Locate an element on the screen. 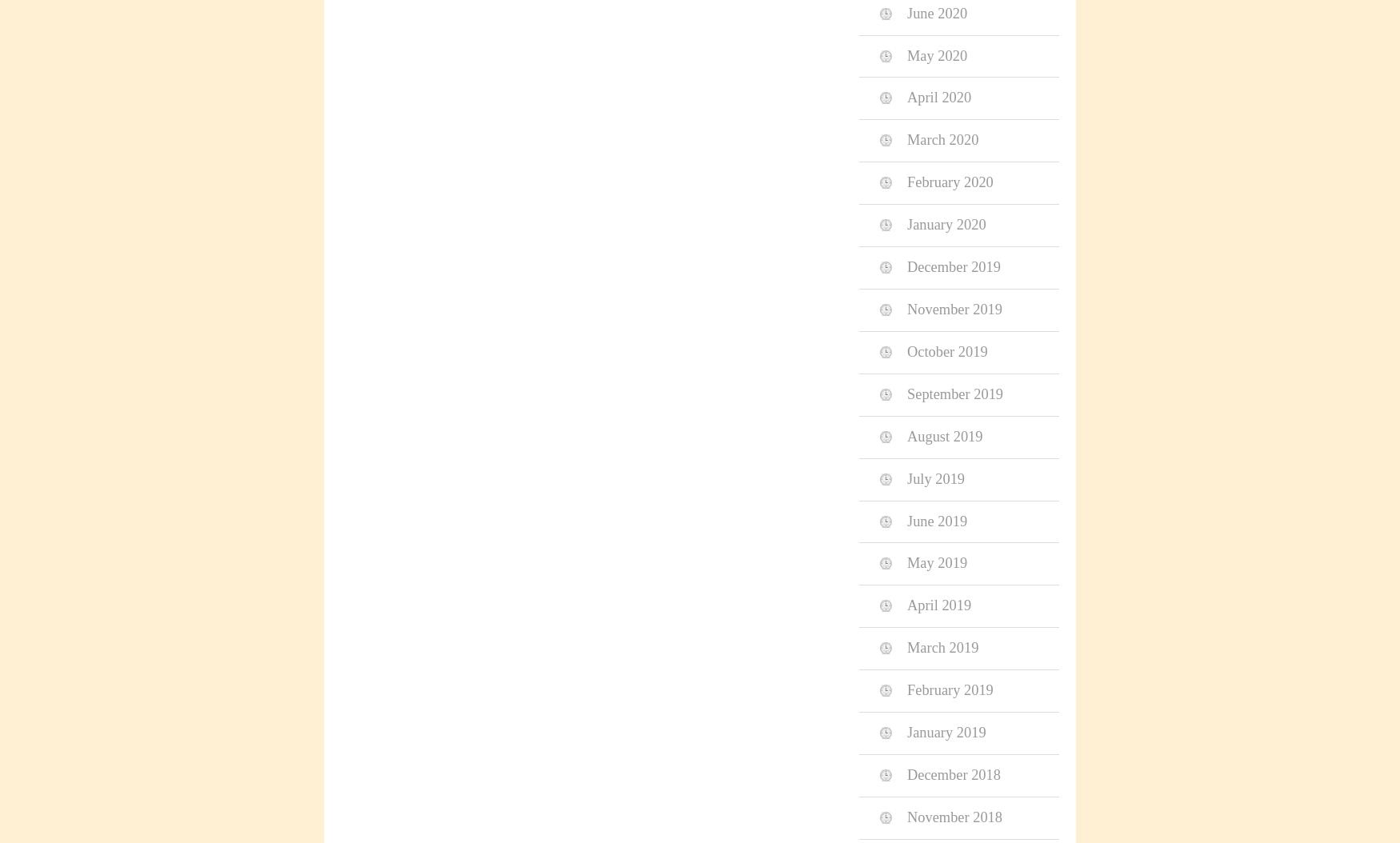 This screenshot has height=843, width=1400. 'October 2019' is located at coordinates (906, 350).